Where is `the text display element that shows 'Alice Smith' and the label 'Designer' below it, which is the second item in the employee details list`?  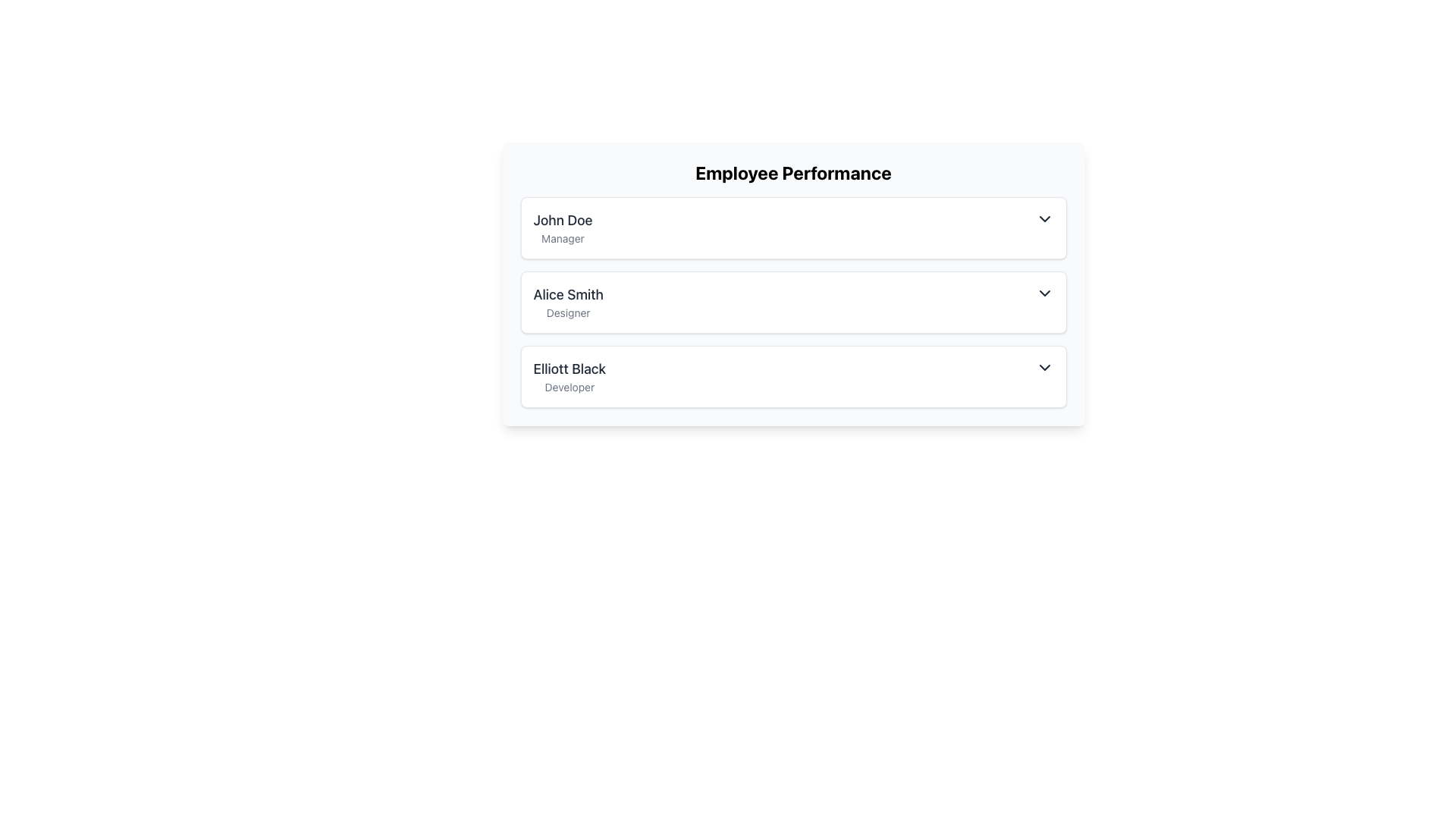
the text display element that shows 'Alice Smith' and the label 'Designer' below it, which is the second item in the employee details list is located at coordinates (567, 302).